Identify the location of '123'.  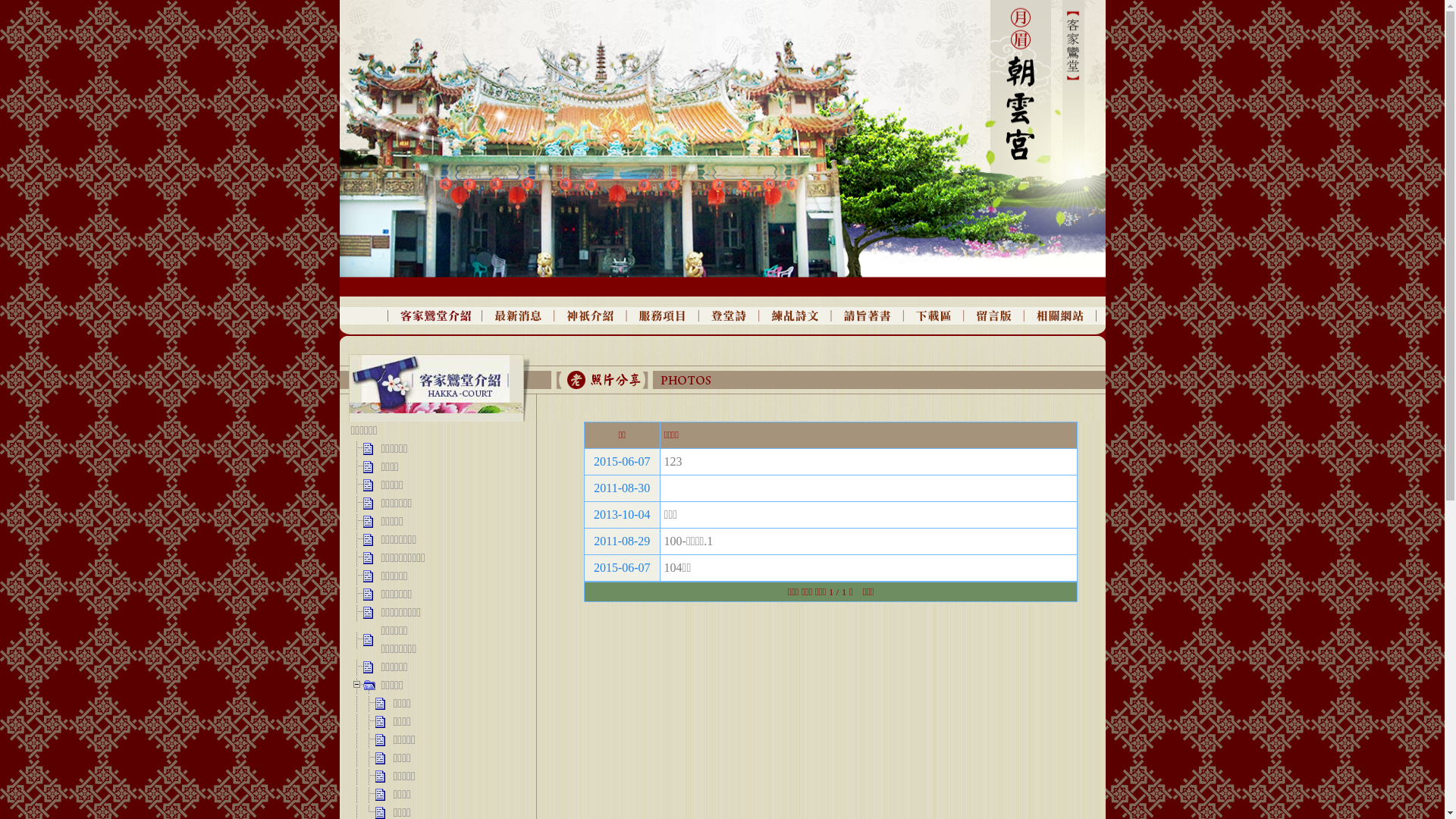
(664, 460).